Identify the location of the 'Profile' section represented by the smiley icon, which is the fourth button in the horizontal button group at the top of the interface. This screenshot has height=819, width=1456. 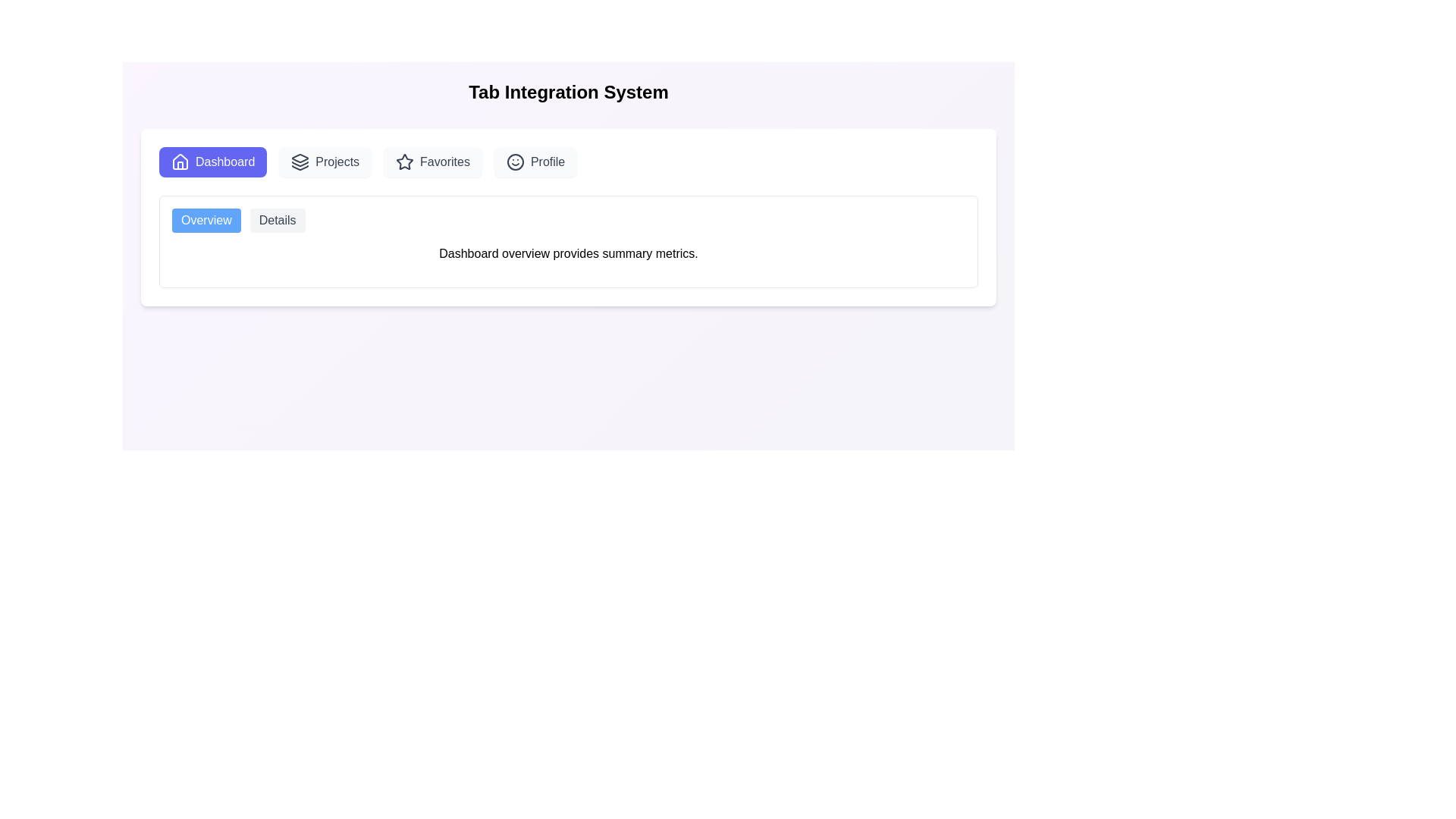
(515, 162).